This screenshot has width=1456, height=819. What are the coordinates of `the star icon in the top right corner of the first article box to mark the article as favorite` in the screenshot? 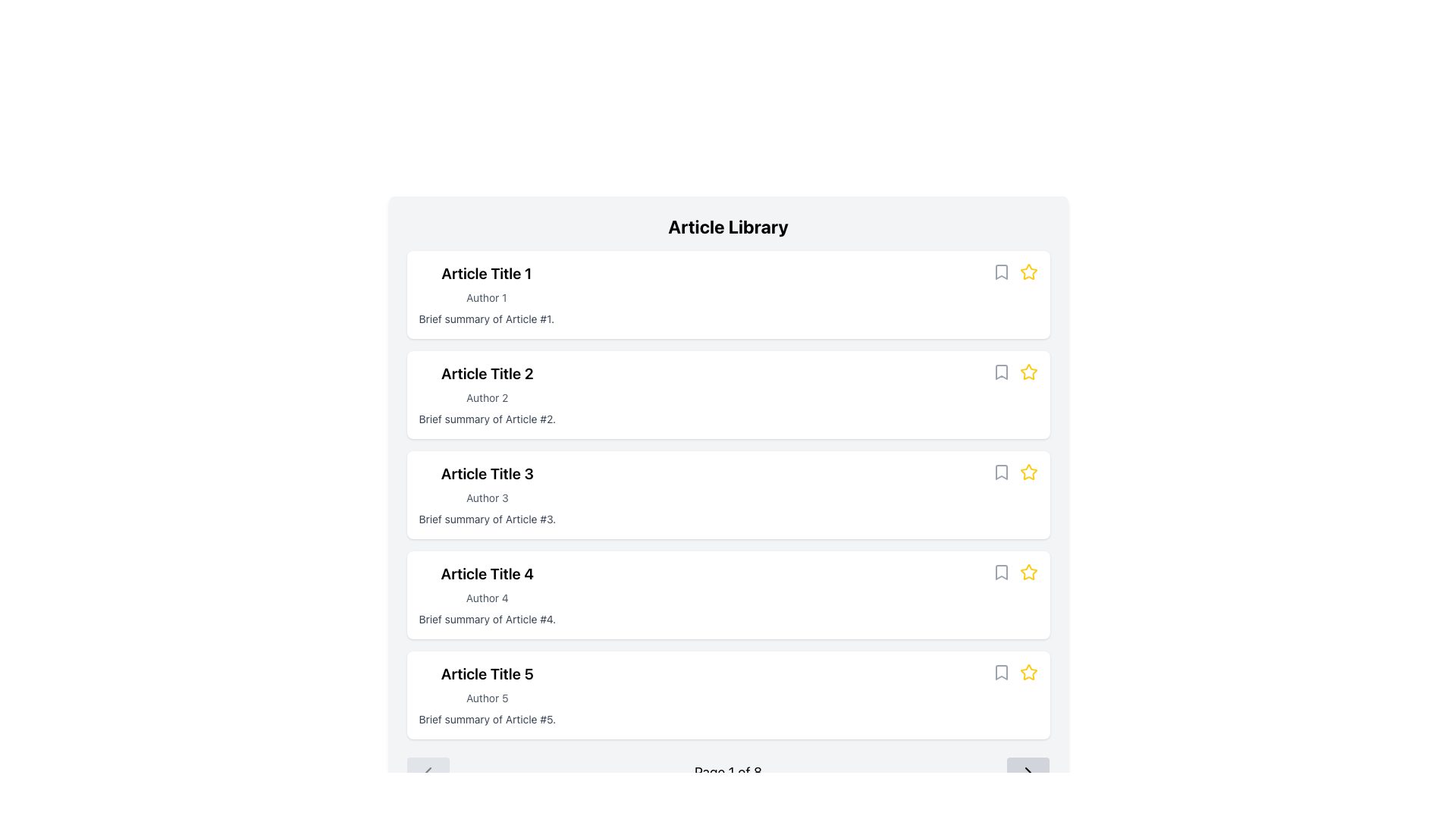 It's located at (1015, 271).